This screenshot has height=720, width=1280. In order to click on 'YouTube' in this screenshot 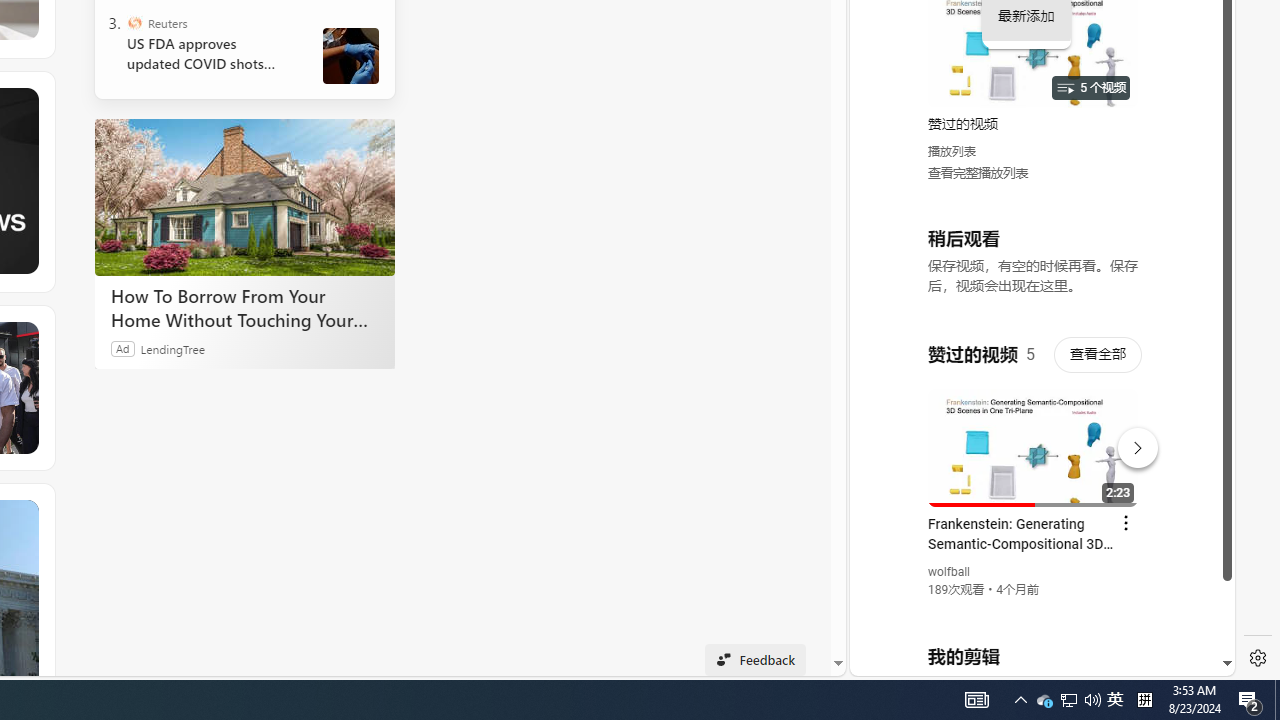, I will do `click(1034, 431)`.